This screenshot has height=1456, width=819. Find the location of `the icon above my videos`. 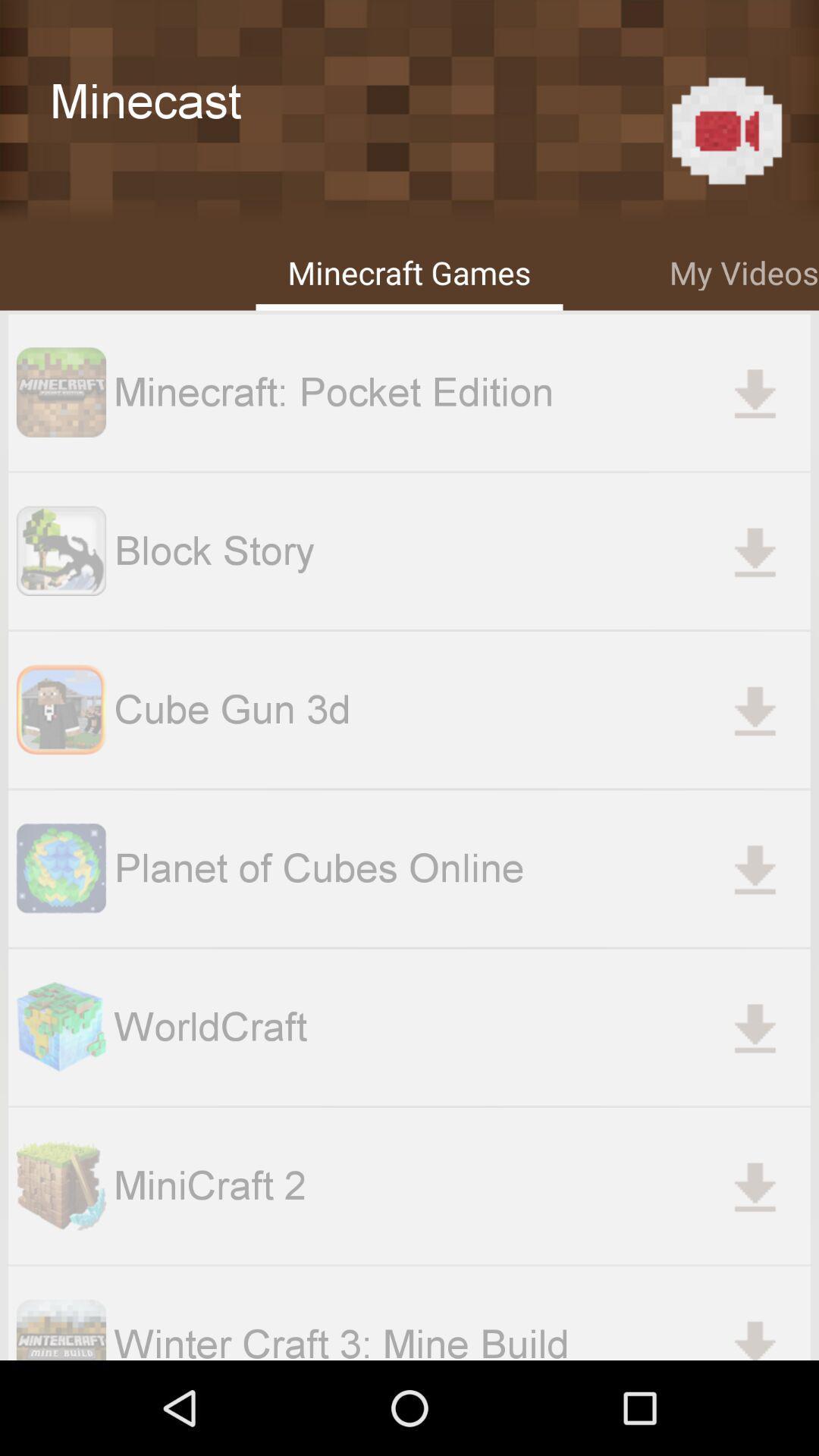

the icon above my videos is located at coordinates (725, 130).